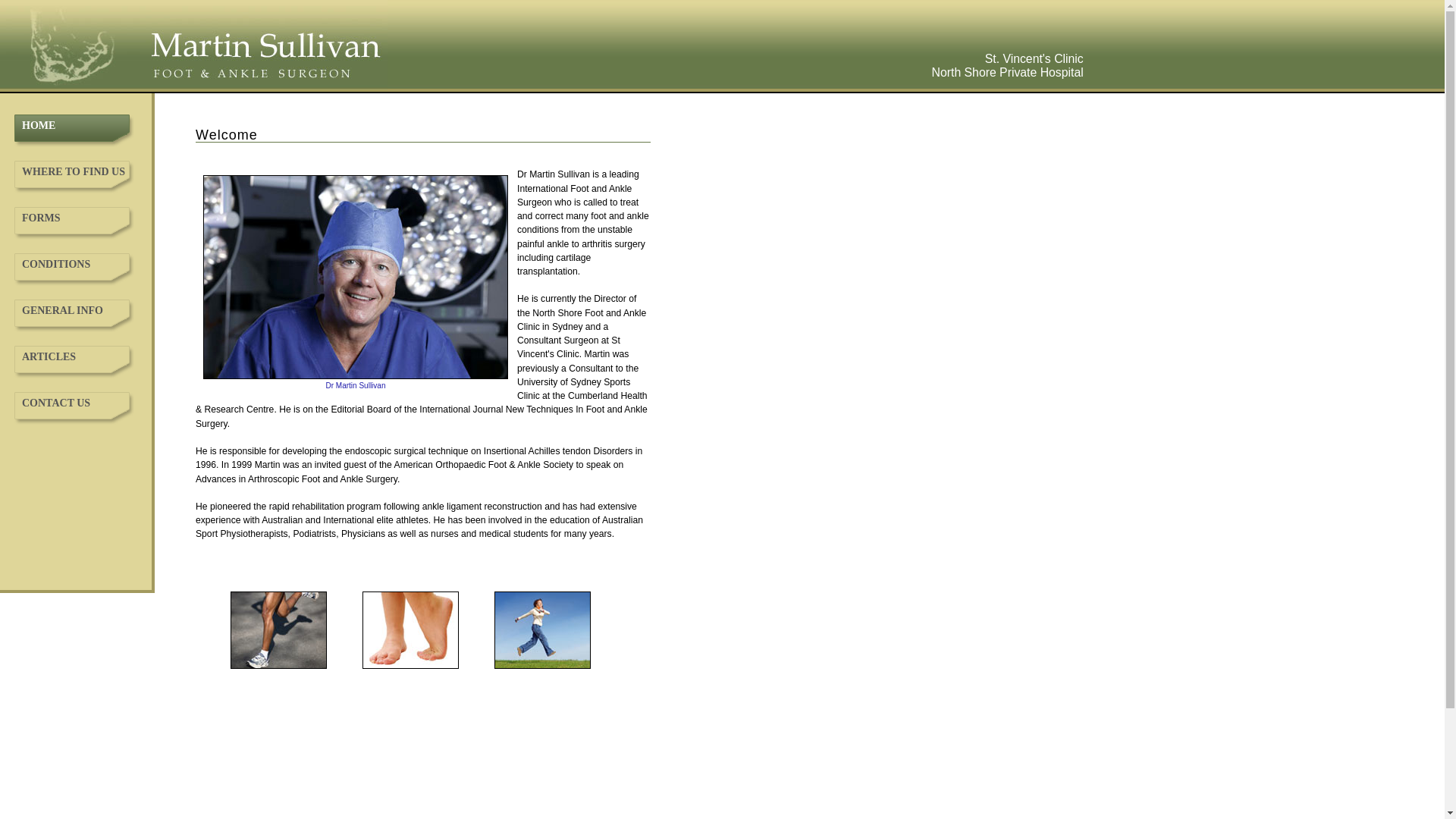  Describe the element at coordinates (74, 122) in the screenshot. I see `'HOME'` at that location.